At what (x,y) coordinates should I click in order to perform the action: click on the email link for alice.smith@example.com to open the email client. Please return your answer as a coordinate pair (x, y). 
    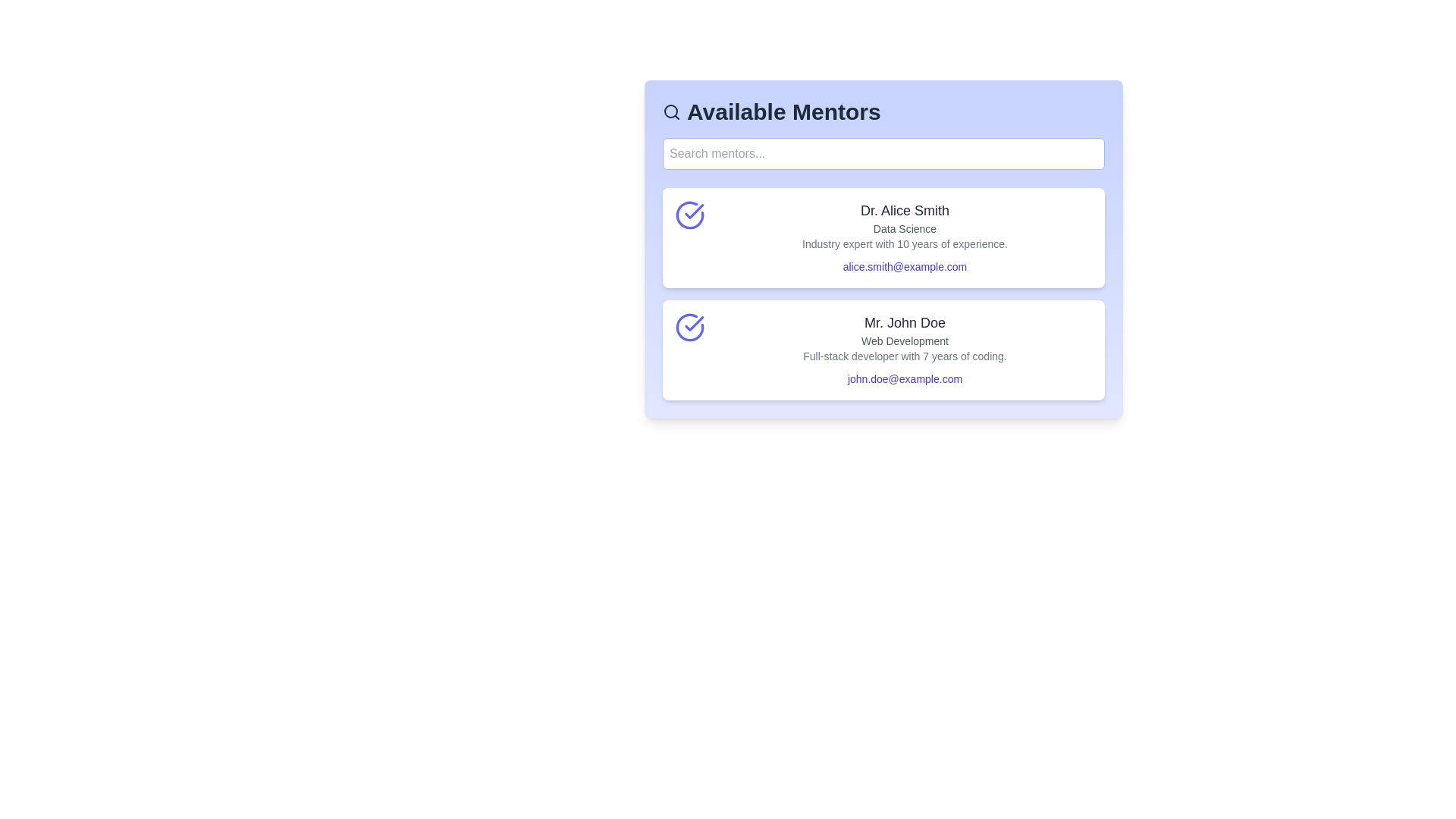
    Looking at the image, I should click on (905, 265).